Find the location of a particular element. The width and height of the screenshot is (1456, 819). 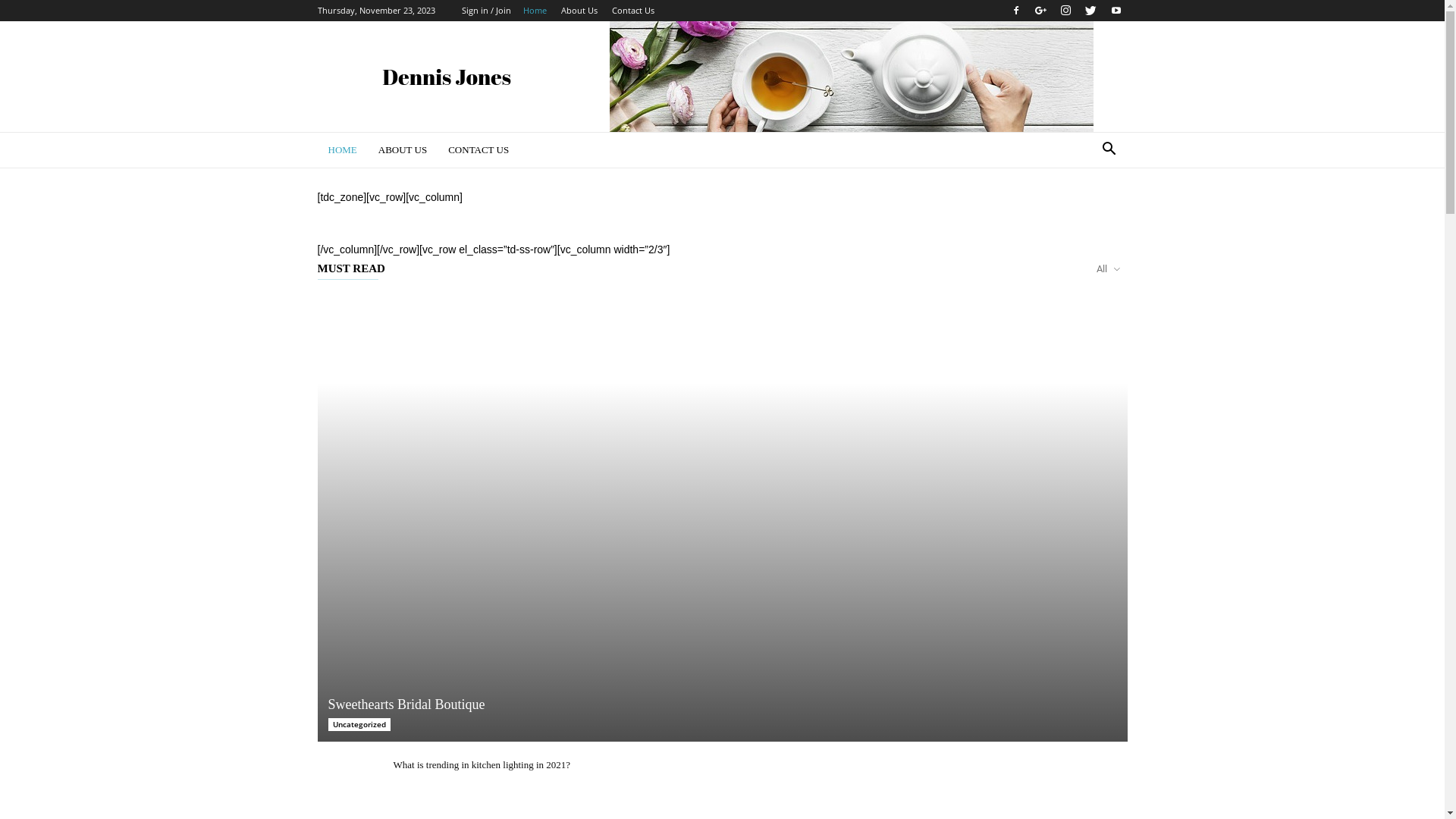

'Home' is located at coordinates (535, 10).